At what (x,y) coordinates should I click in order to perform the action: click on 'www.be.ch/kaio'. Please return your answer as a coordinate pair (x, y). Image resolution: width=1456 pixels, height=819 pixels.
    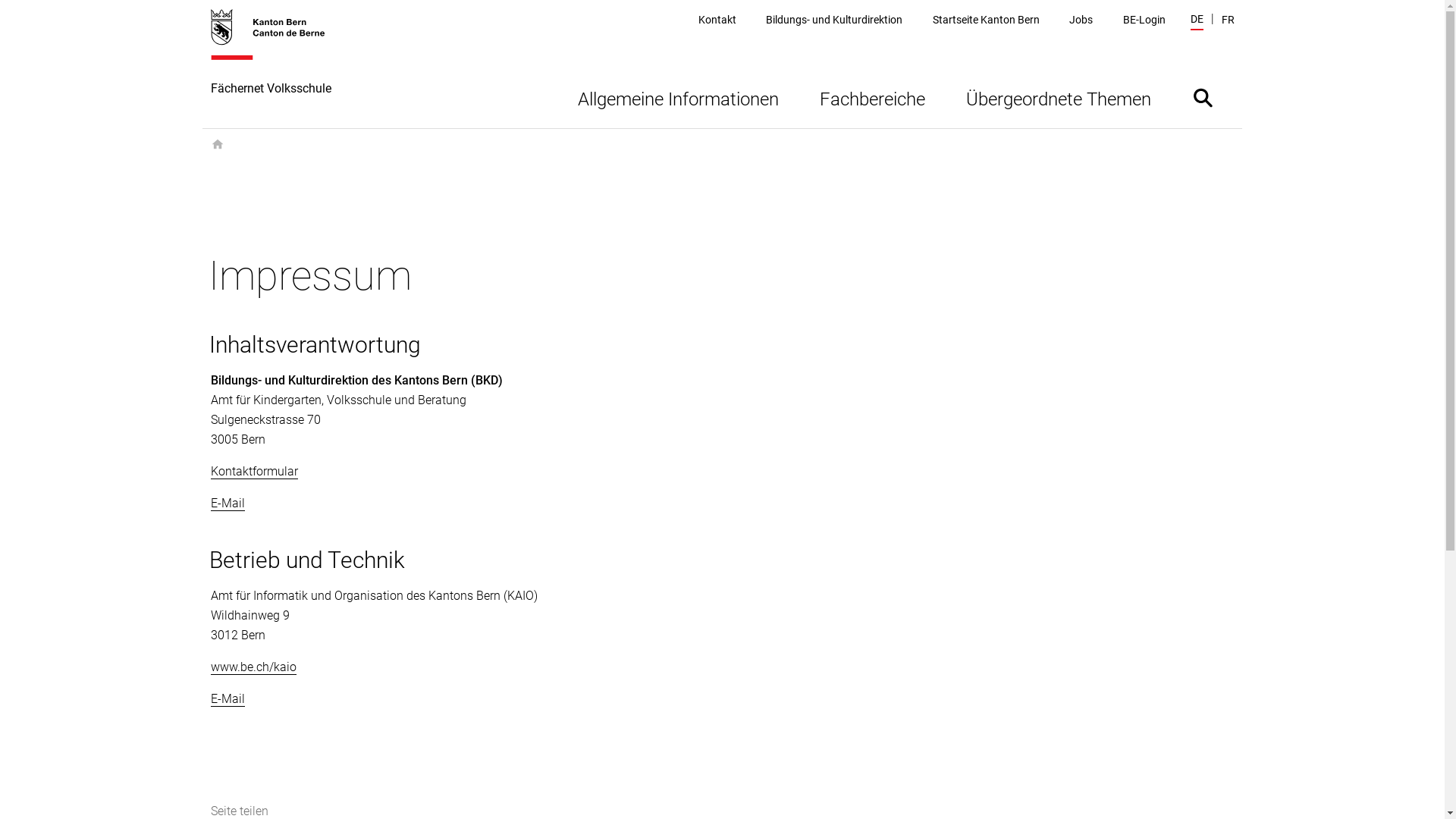
    Looking at the image, I should click on (253, 666).